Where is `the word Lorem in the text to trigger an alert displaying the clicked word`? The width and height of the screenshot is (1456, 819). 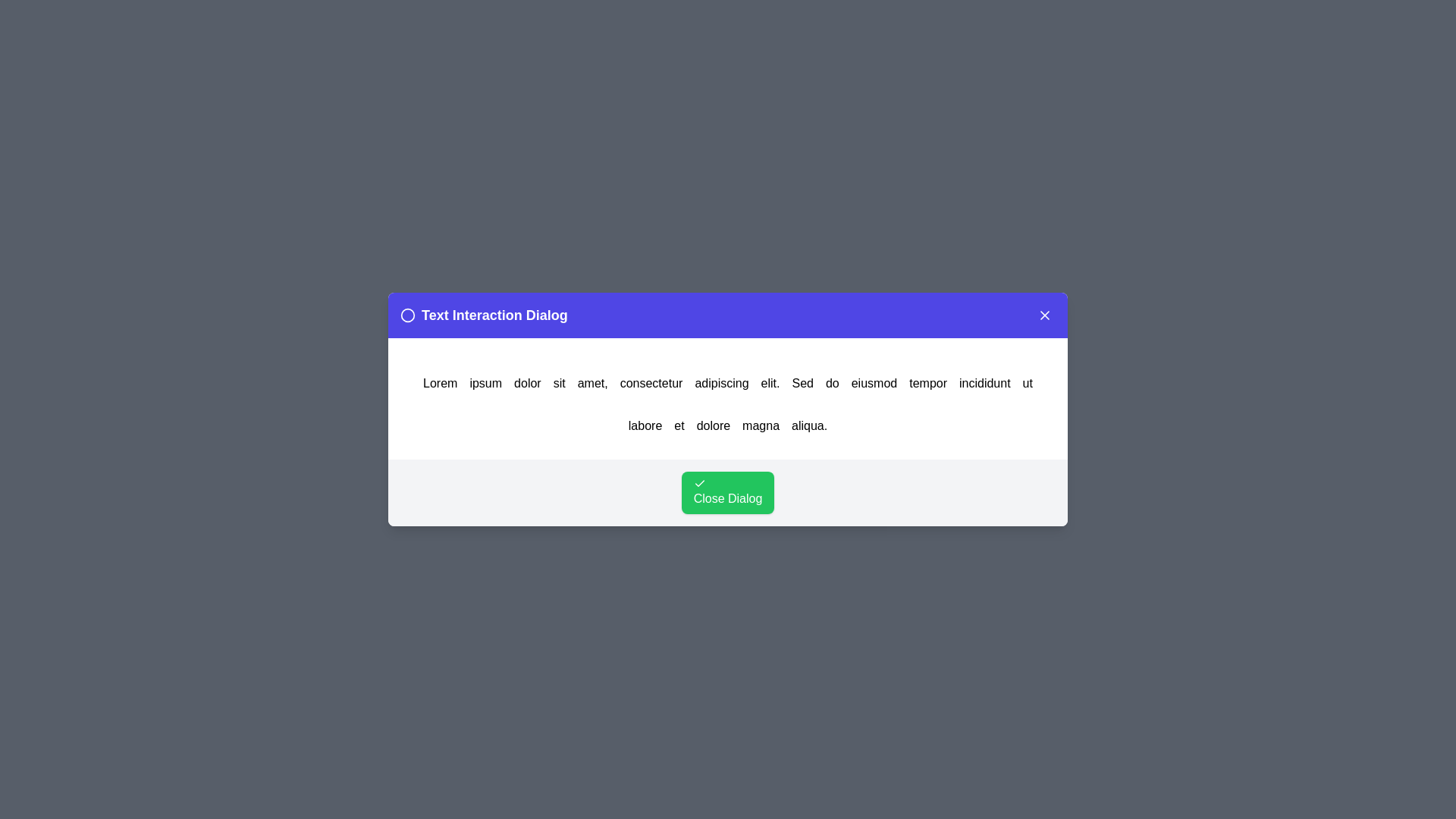
the word Lorem in the text to trigger an alert displaying the clicked word is located at coordinates (439, 382).